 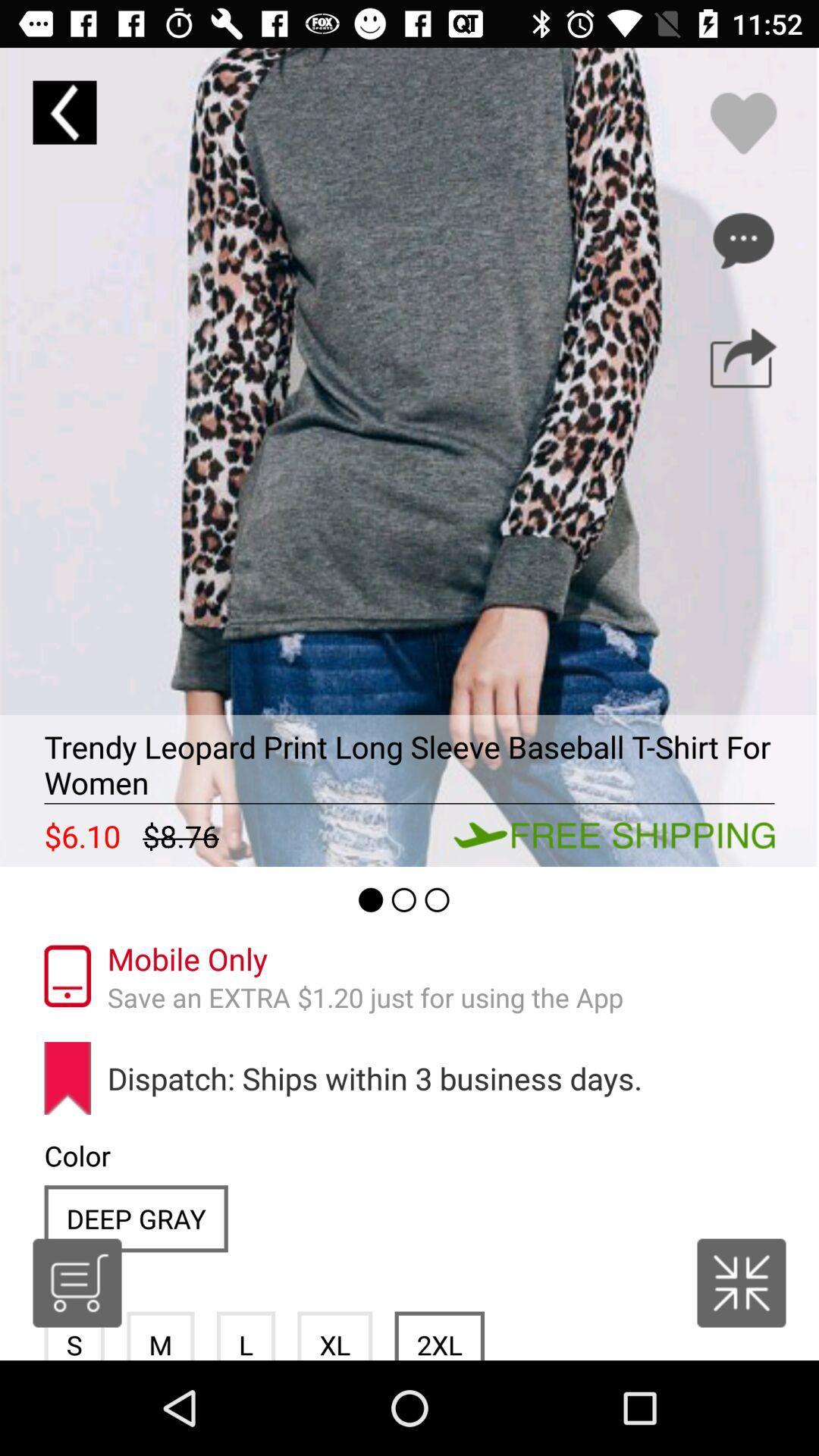 What do you see at coordinates (742, 357) in the screenshot?
I see `share this product` at bounding box center [742, 357].